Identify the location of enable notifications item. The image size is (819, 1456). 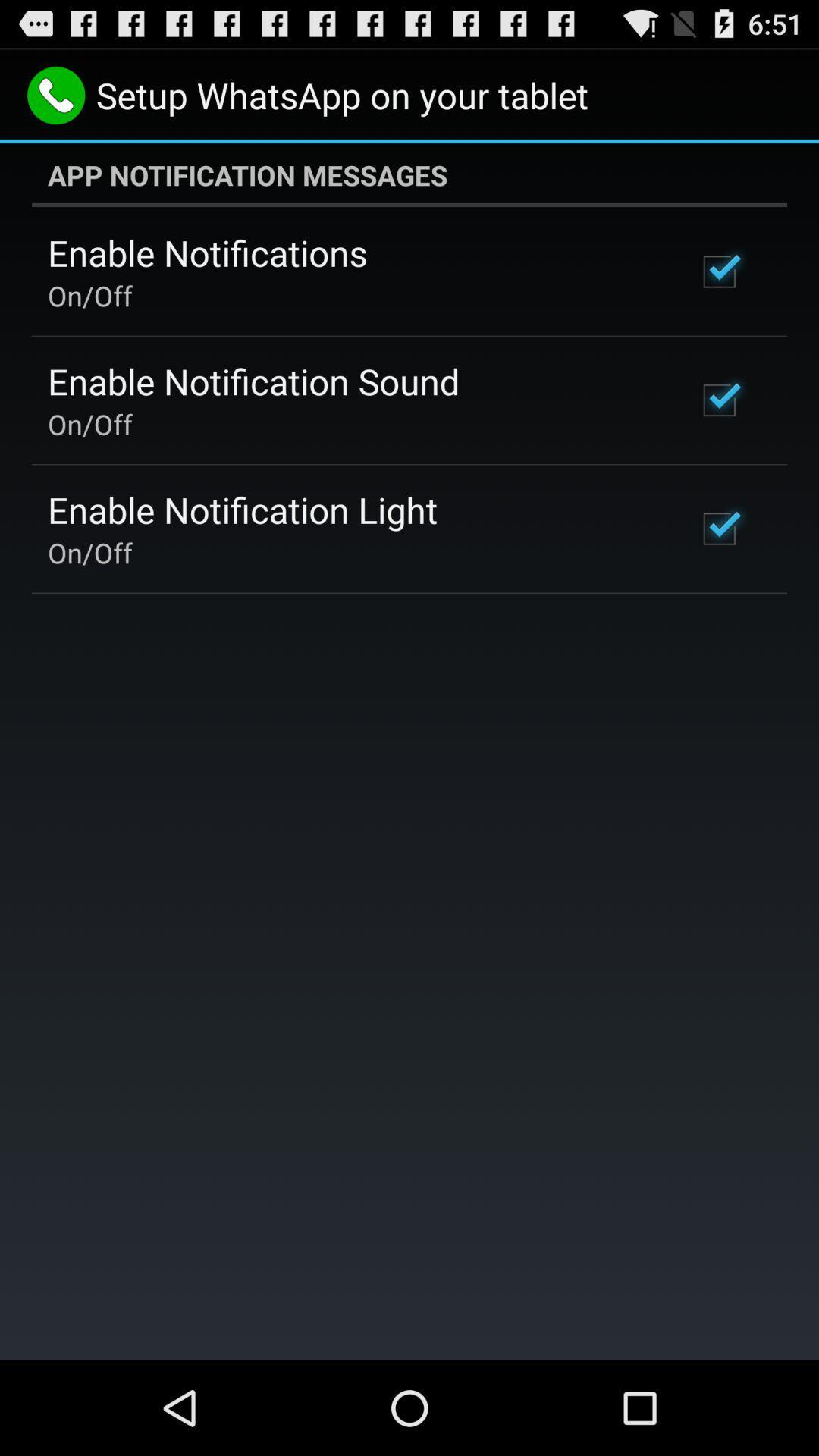
(207, 253).